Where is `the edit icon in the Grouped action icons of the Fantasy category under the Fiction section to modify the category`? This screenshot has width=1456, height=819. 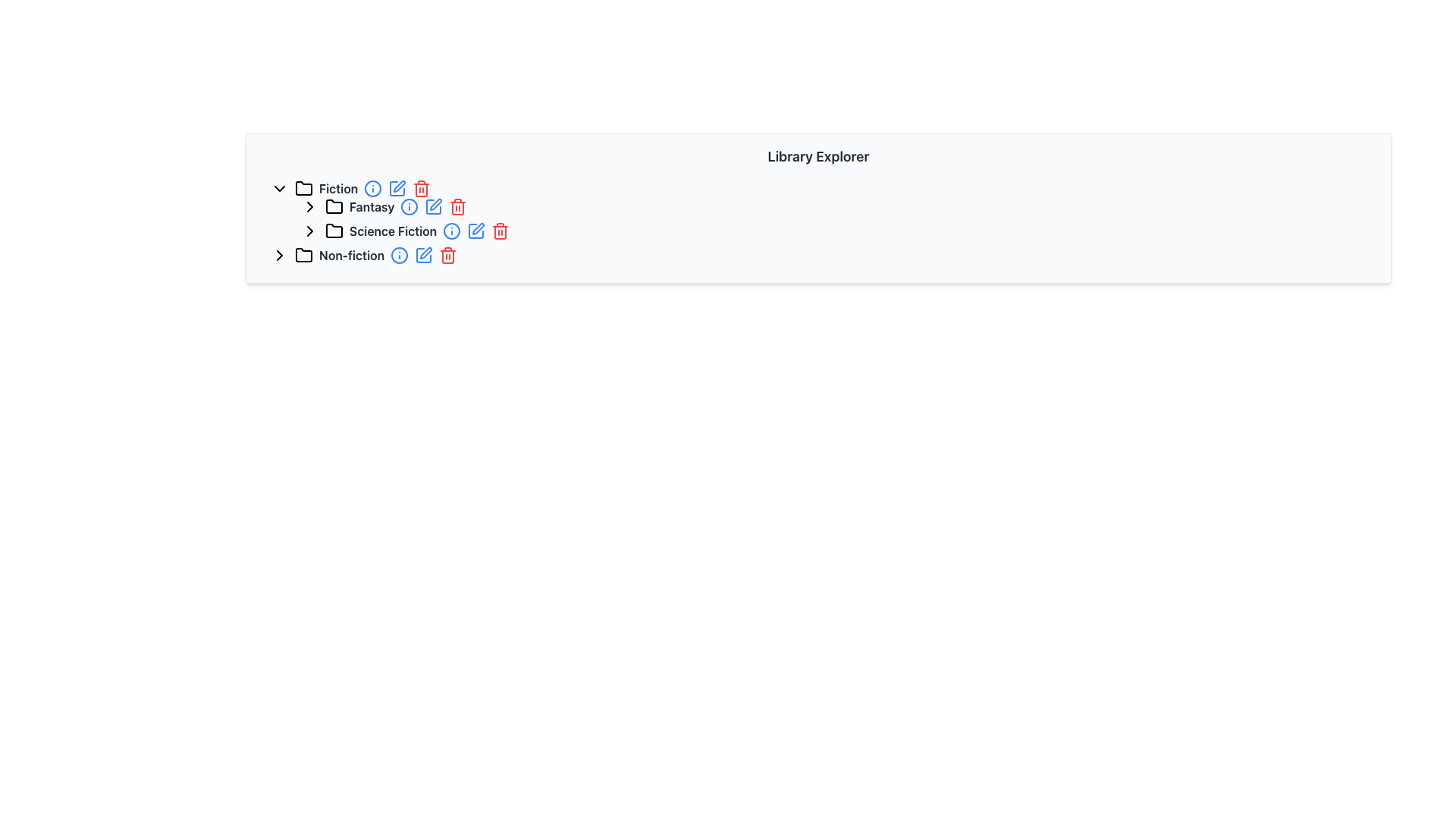
the edit icon in the Grouped action icons of the Fantasy category under the Fiction section to modify the category is located at coordinates (433, 207).